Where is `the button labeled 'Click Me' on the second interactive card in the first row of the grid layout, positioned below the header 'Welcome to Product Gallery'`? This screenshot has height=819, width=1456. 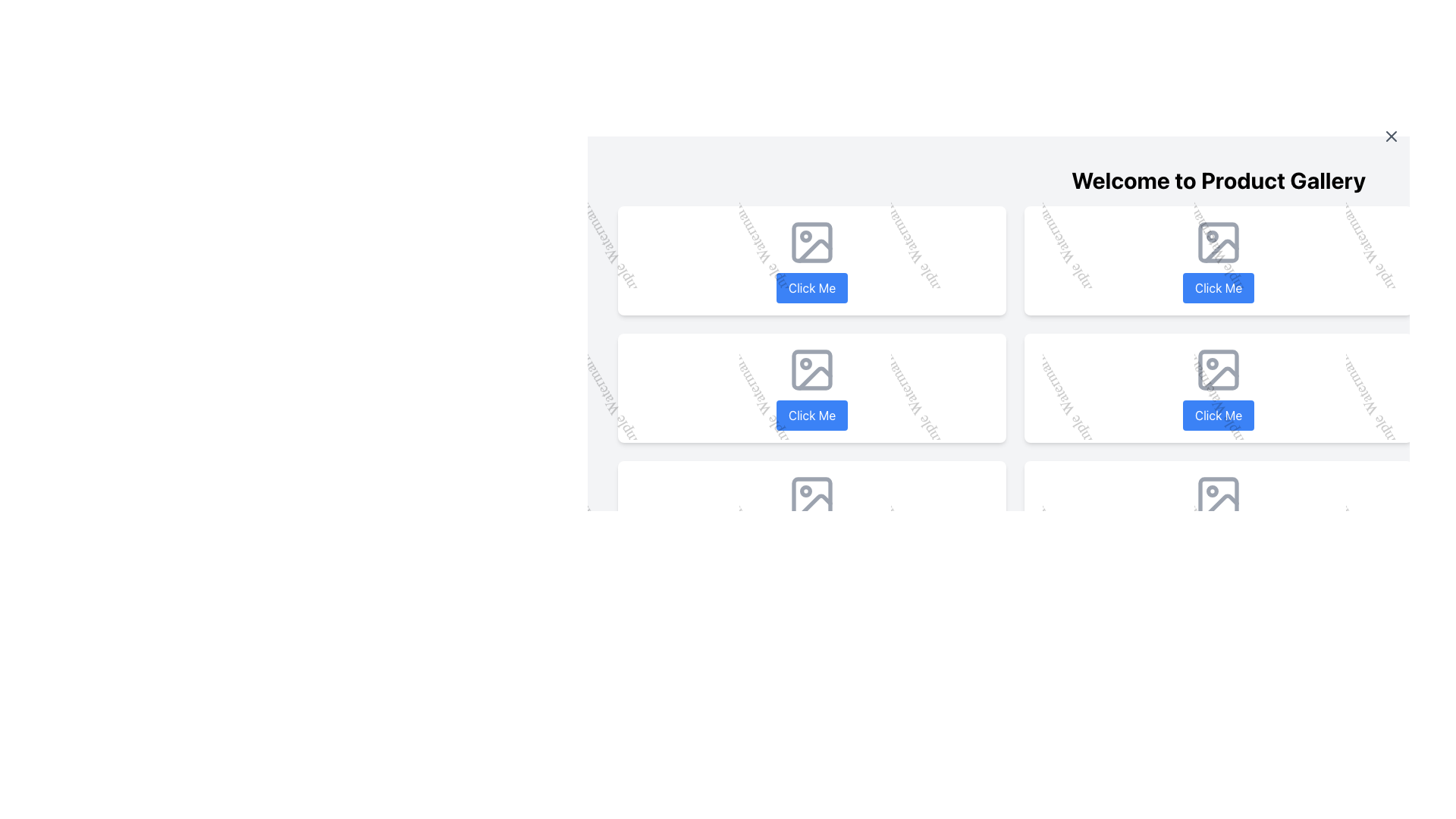
the button labeled 'Click Me' on the second interactive card in the first row of the grid layout, positioned below the header 'Welcome to Product Gallery' is located at coordinates (1219, 259).